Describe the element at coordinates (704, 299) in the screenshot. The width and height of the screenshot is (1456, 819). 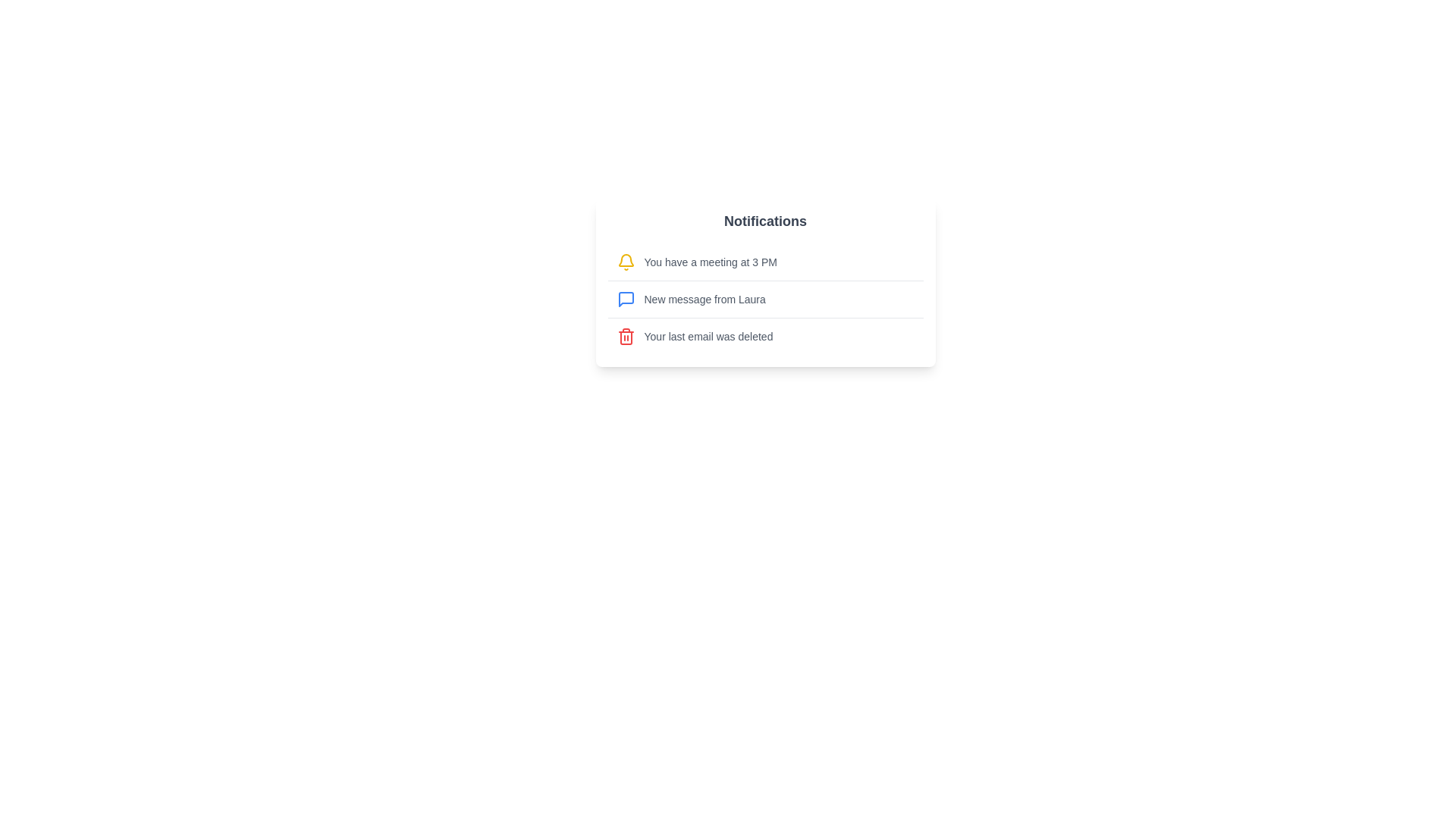
I see `the text label displaying 'New message from Laura', which is part of the second notification entry in the notification list, positioned next to a speech bubble icon` at that location.